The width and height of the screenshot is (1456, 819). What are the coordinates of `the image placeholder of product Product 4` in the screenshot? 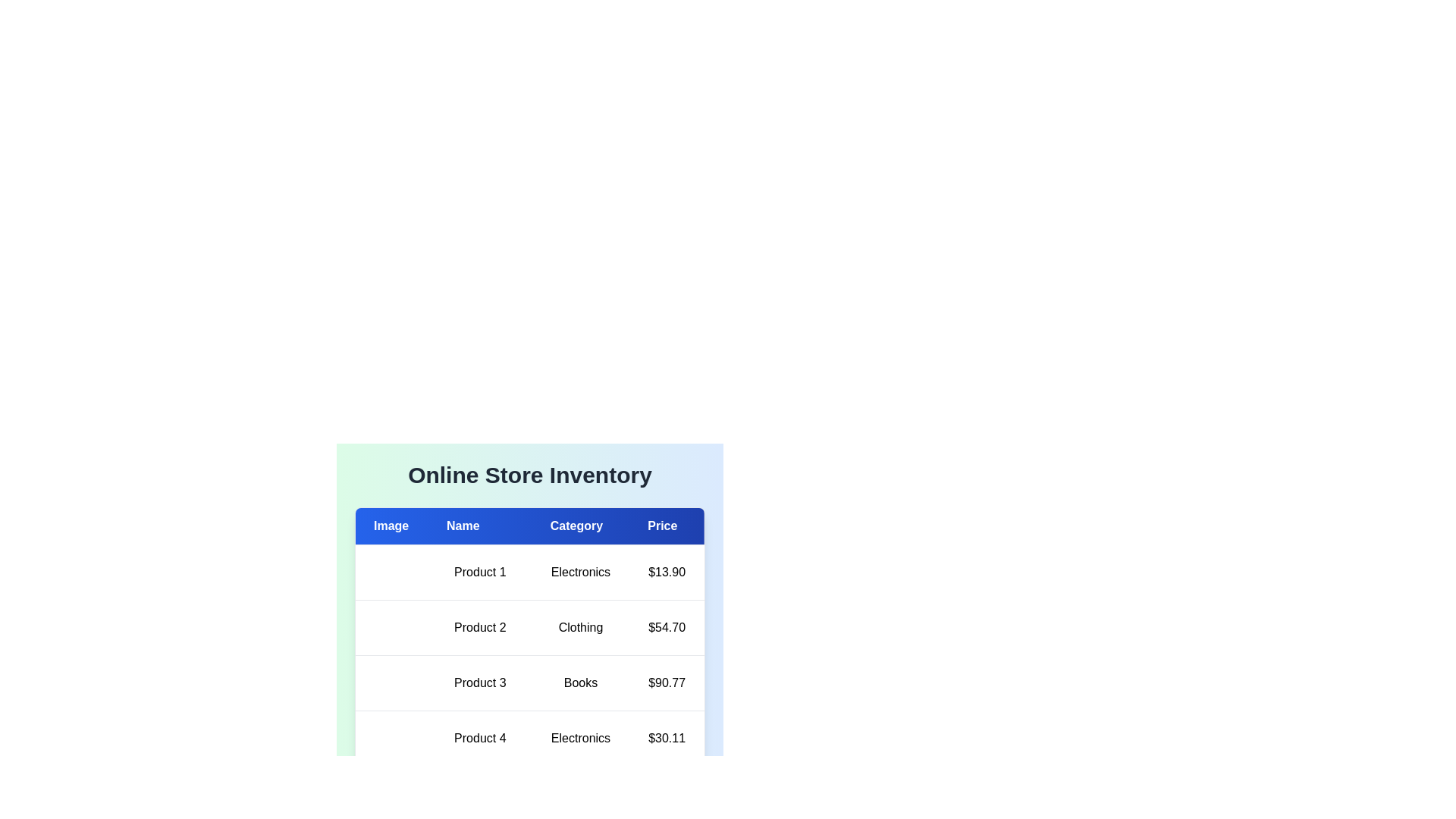 It's located at (374, 738).